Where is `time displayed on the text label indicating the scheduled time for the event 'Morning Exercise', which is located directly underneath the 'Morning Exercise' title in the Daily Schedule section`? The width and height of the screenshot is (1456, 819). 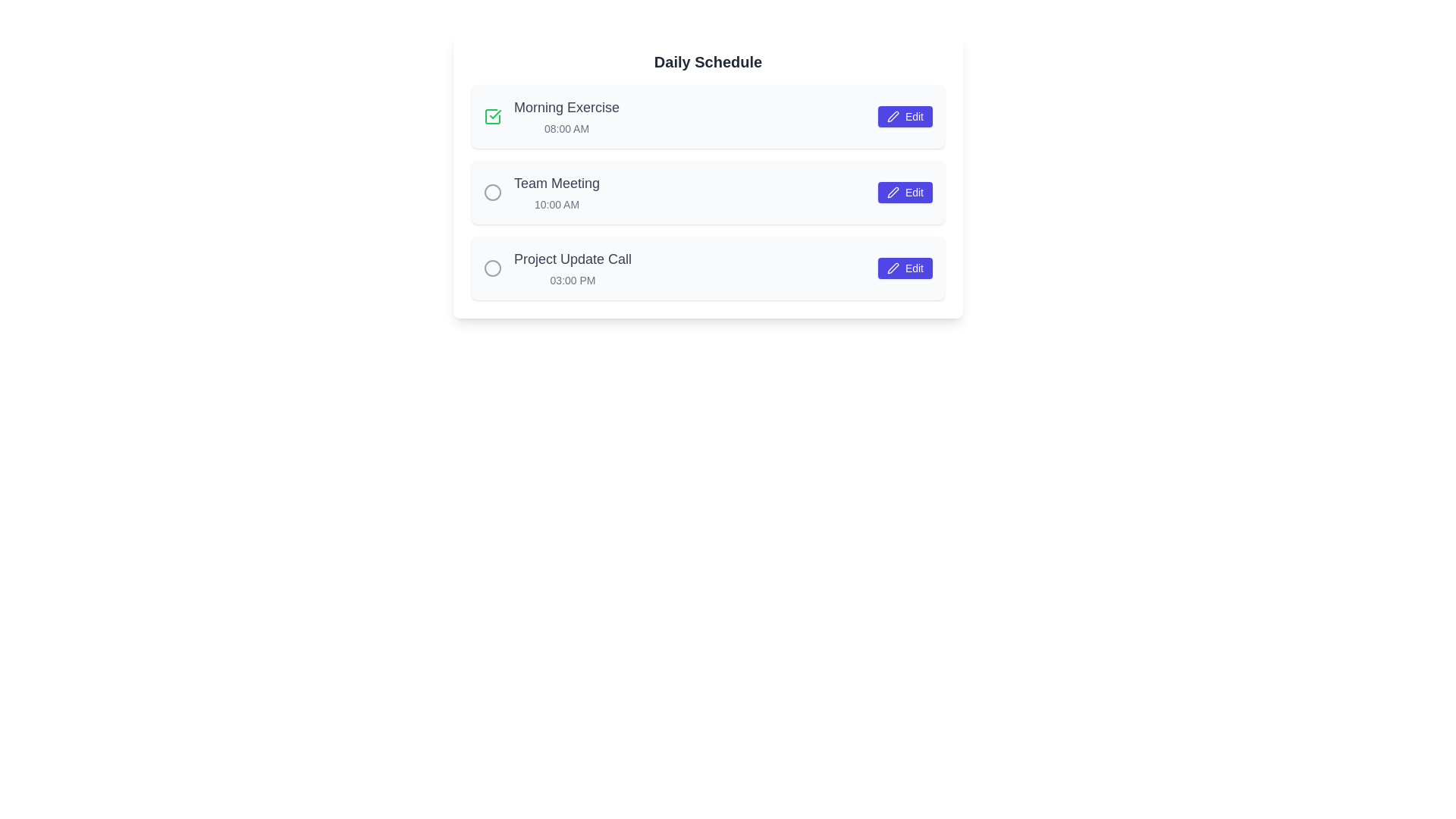 time displayed on the text label indicating the scheduled time for the event 'Morning Exercise', which is located directly underneath the 'Morning Exercise' title in the Daily Schedule section is located at coordinates (566, 127).